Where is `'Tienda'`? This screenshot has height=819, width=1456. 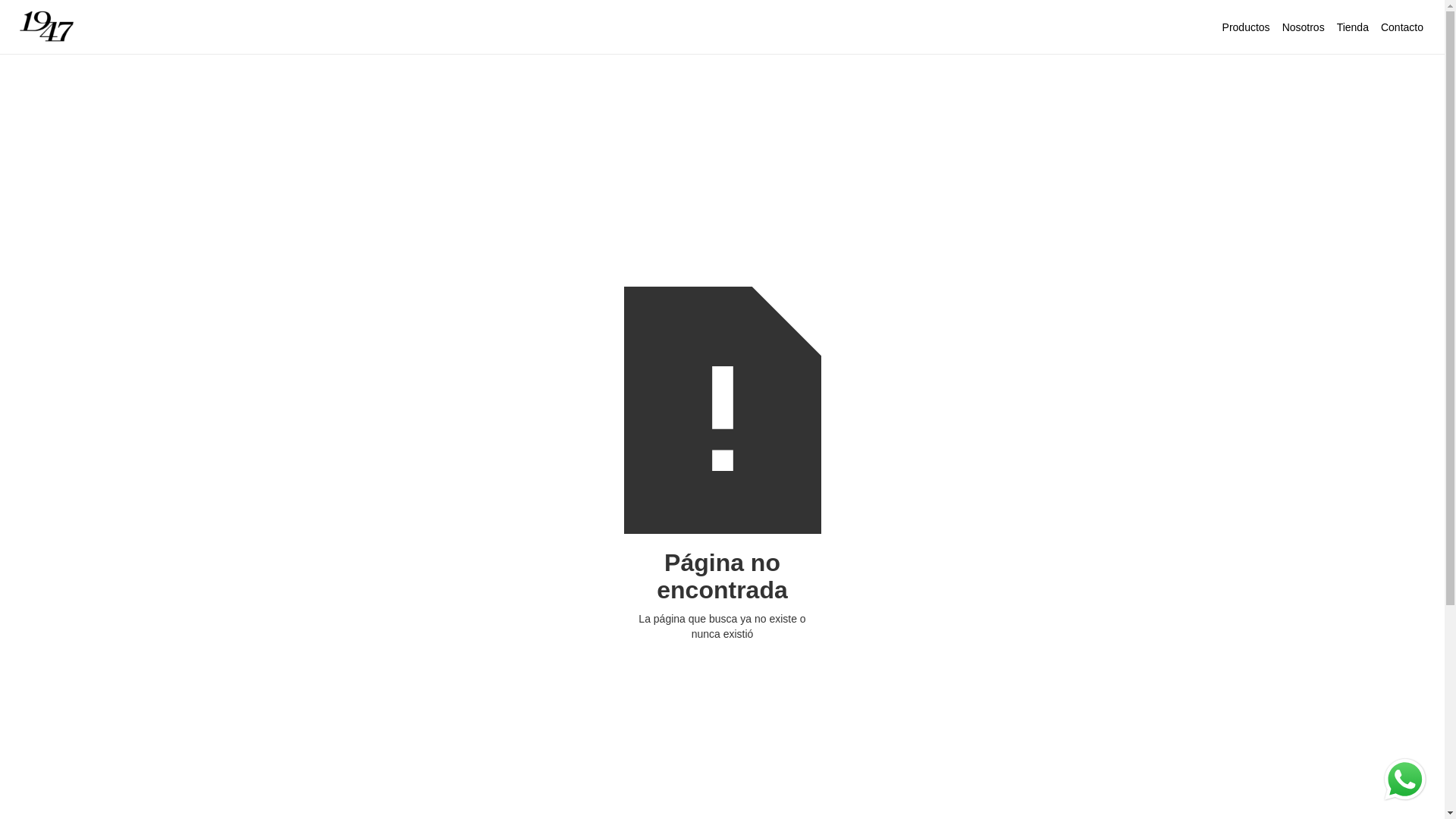
'Tienda' is located at coordinates (1353, 27).